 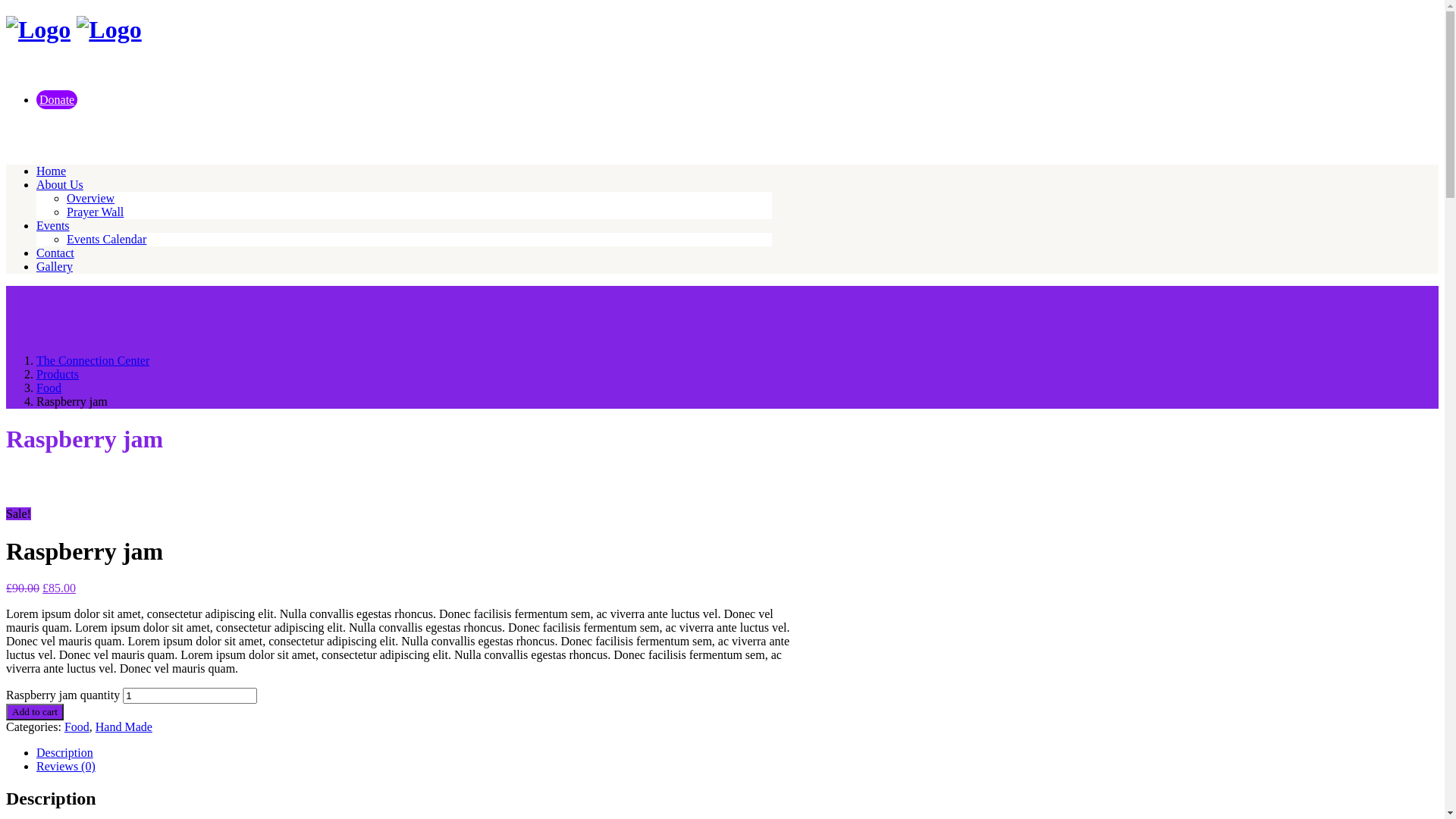 I want to click on 'Gallery', so click(x=55, y=265).